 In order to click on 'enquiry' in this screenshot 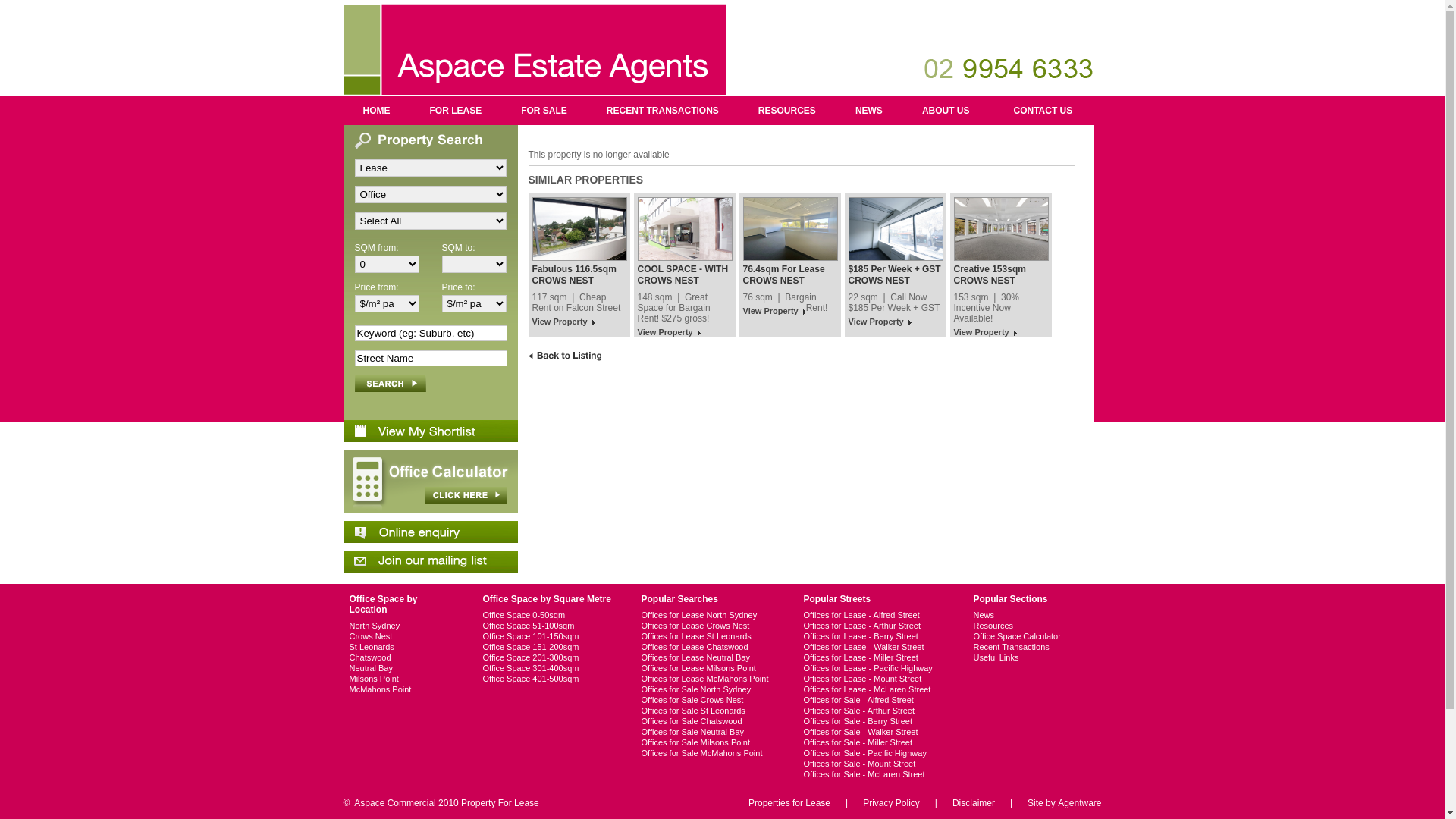, I will do `click(428, 531)`.